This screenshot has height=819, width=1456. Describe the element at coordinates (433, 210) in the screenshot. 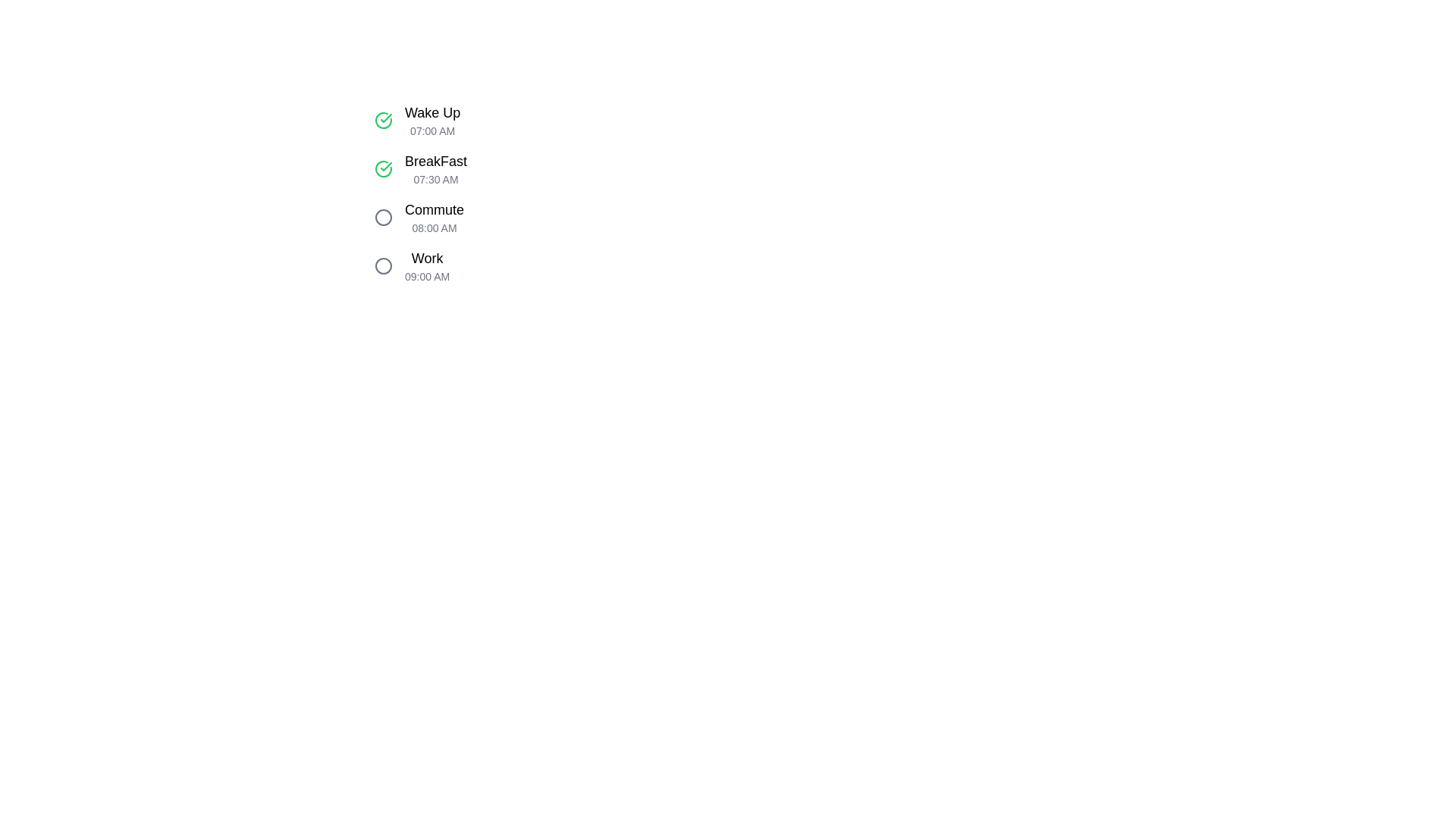

I see `the 'Commute' text label, which is styled with a medium-weight font and larger size, positioned below 'BreakFast' (07:30 AM) and above 'Work' (09:00 AM)` at that location.